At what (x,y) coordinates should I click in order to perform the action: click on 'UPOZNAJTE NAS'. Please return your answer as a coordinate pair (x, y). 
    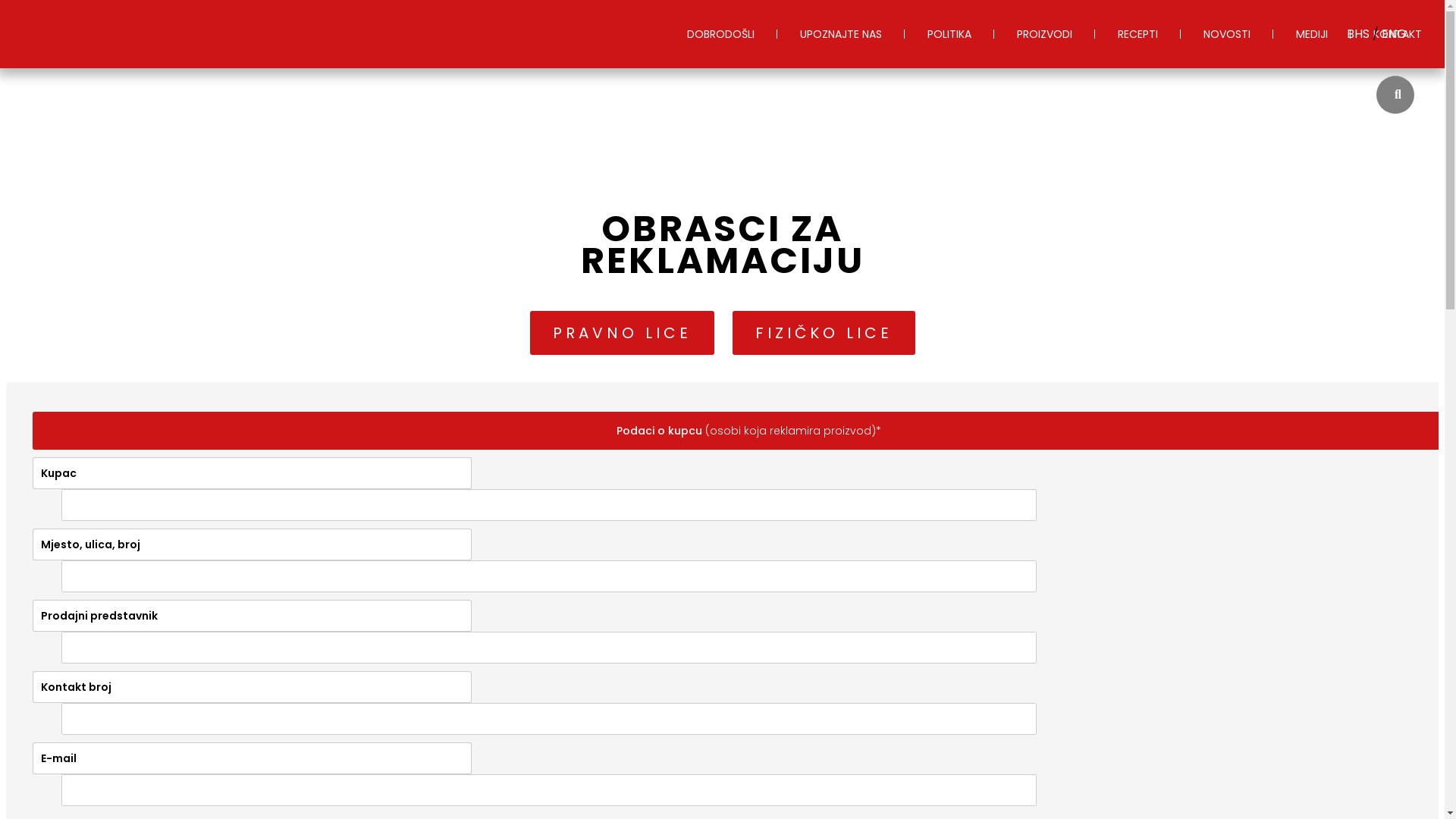
    Looking at the image, I should click on (777, 34).